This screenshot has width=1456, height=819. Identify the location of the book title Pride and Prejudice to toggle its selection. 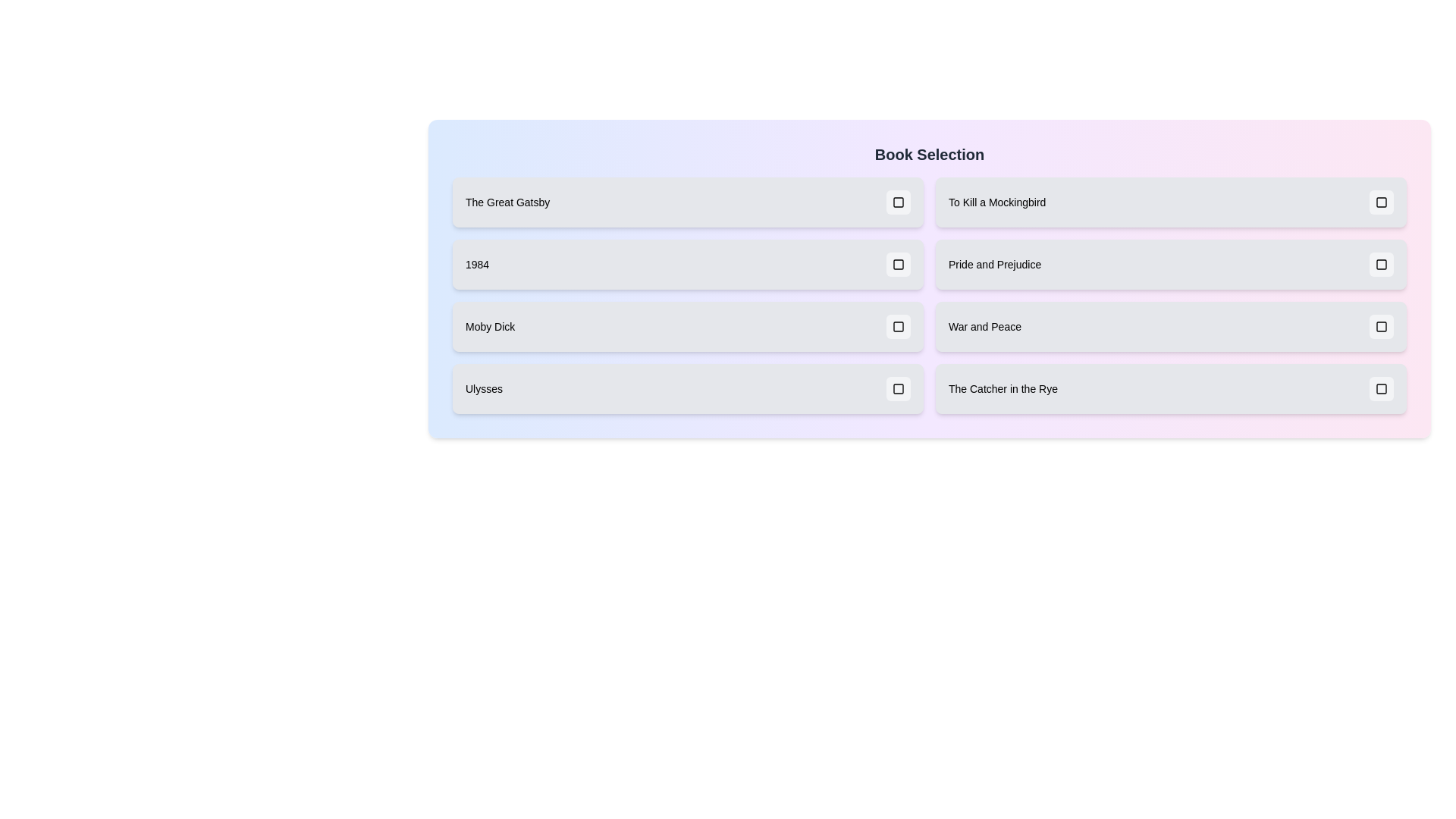
(1170, 263).